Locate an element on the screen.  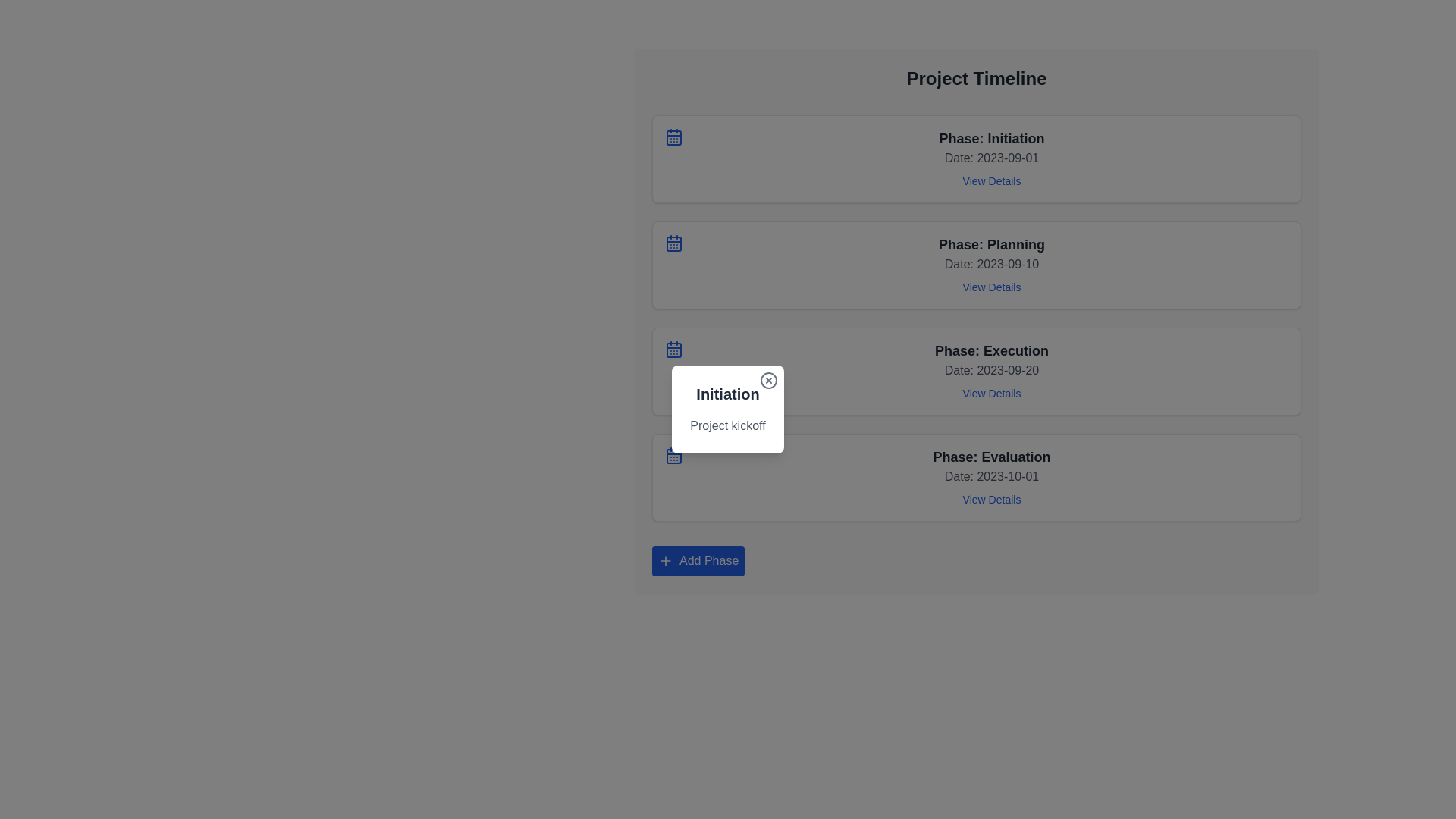
'Project kickoff' text label located at the bottom of the card below the 'Initiation' heading is located at coordinates (728, 426).